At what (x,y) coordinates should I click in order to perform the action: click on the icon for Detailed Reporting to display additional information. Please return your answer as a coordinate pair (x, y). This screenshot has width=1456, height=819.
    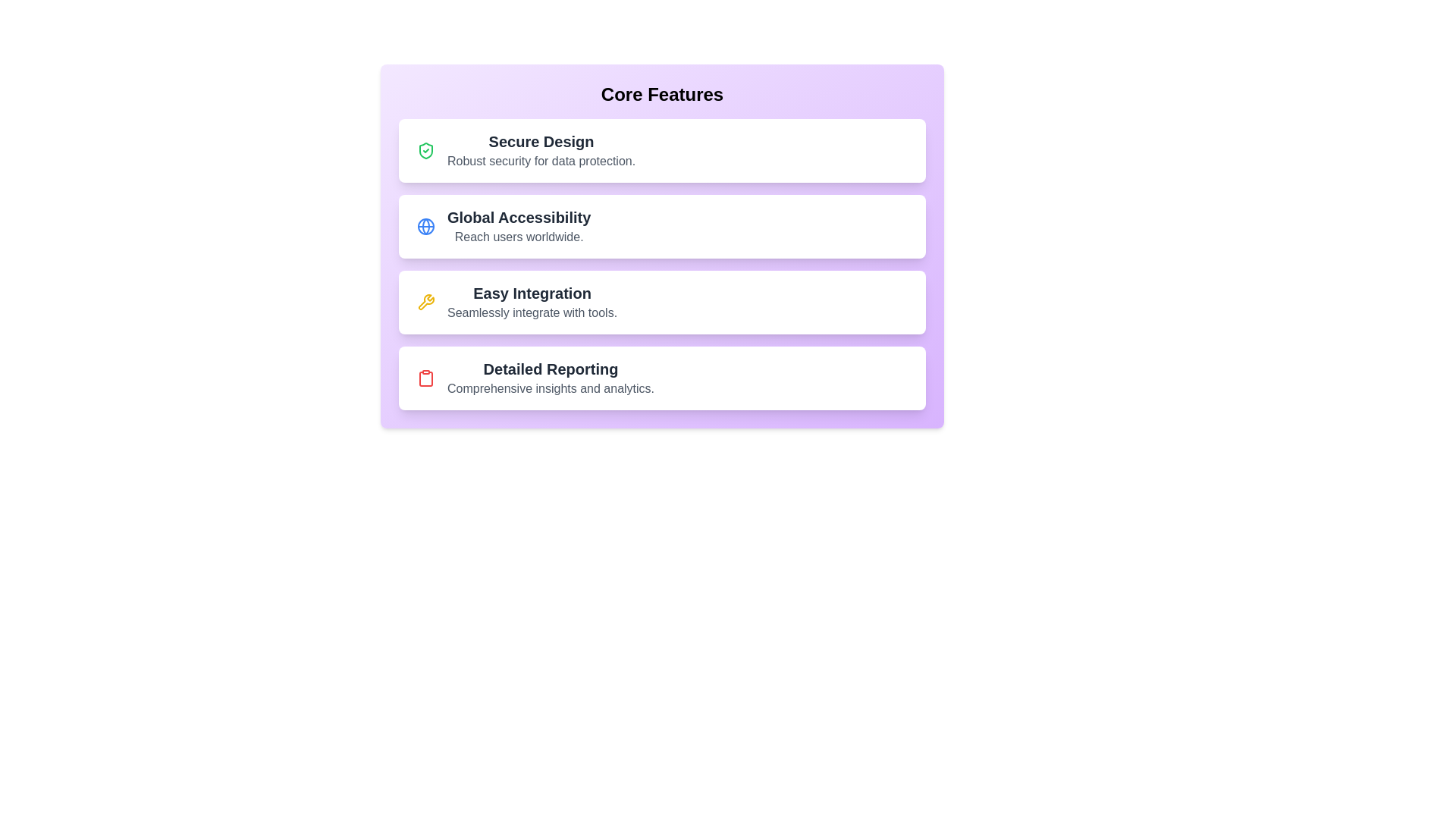
    Looking at the image, I should click on (425, 377).